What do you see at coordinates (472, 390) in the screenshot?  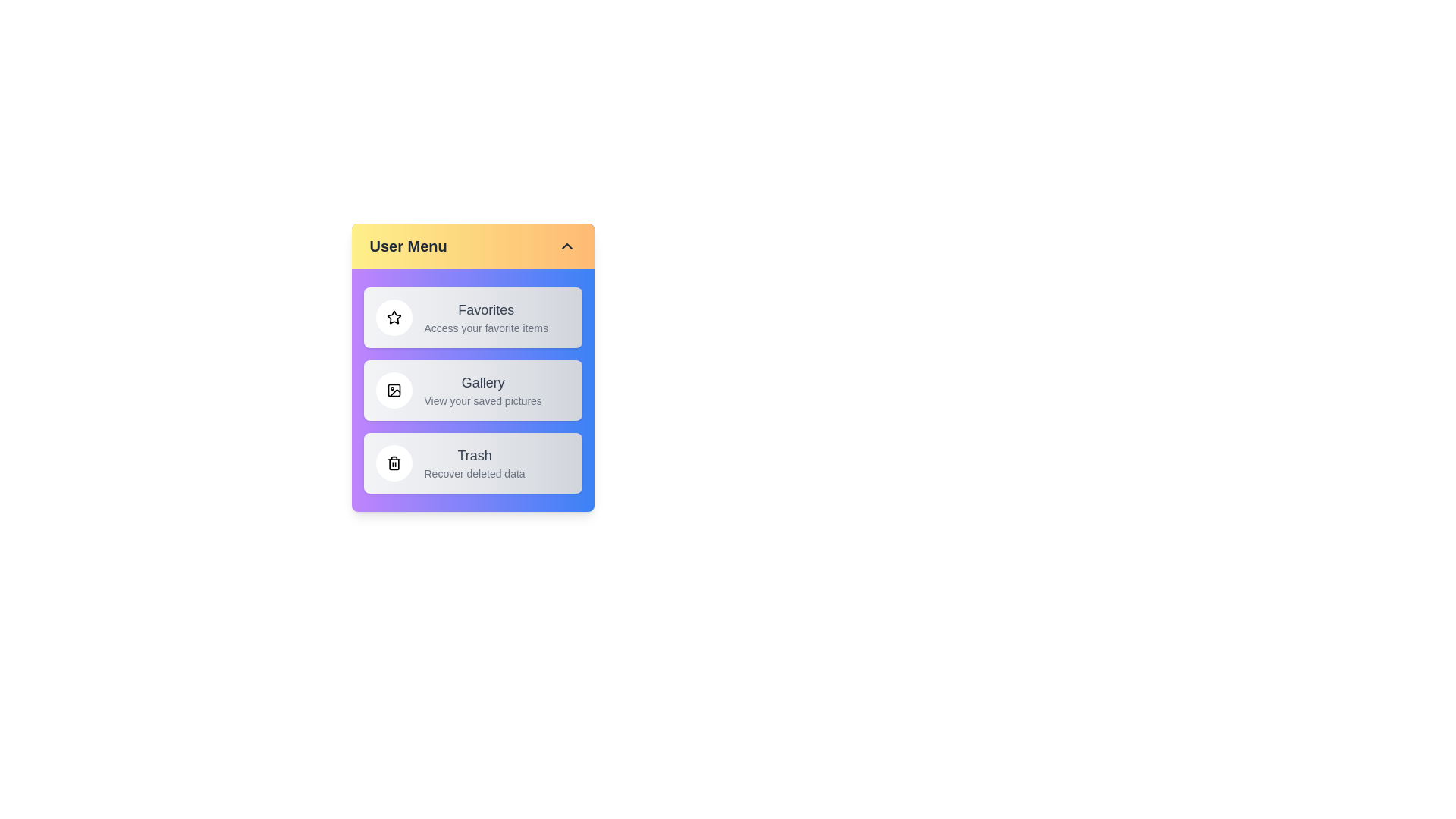 I see `the text of an item's title or description by selecting the item: Gallery` at bounding box center [472, 390].